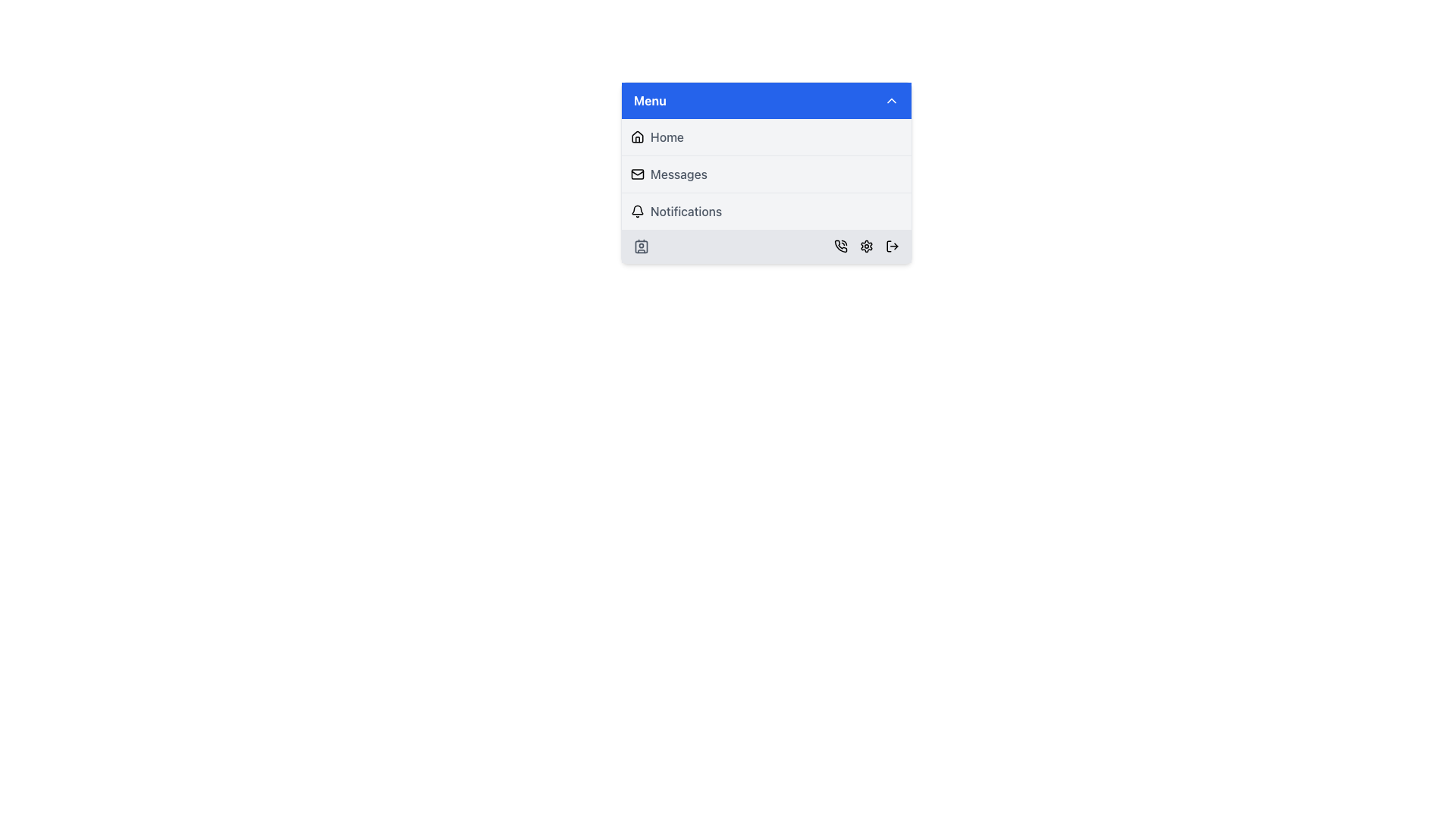 This screenshot has height=819, width=1456. Describe the element at coordinates (839, 245) in the screenshot. I see `the first icon in the horizontal set of three icons located at the bottom of the menu panel, which likely initiates or indicates a call-related action` at that location.